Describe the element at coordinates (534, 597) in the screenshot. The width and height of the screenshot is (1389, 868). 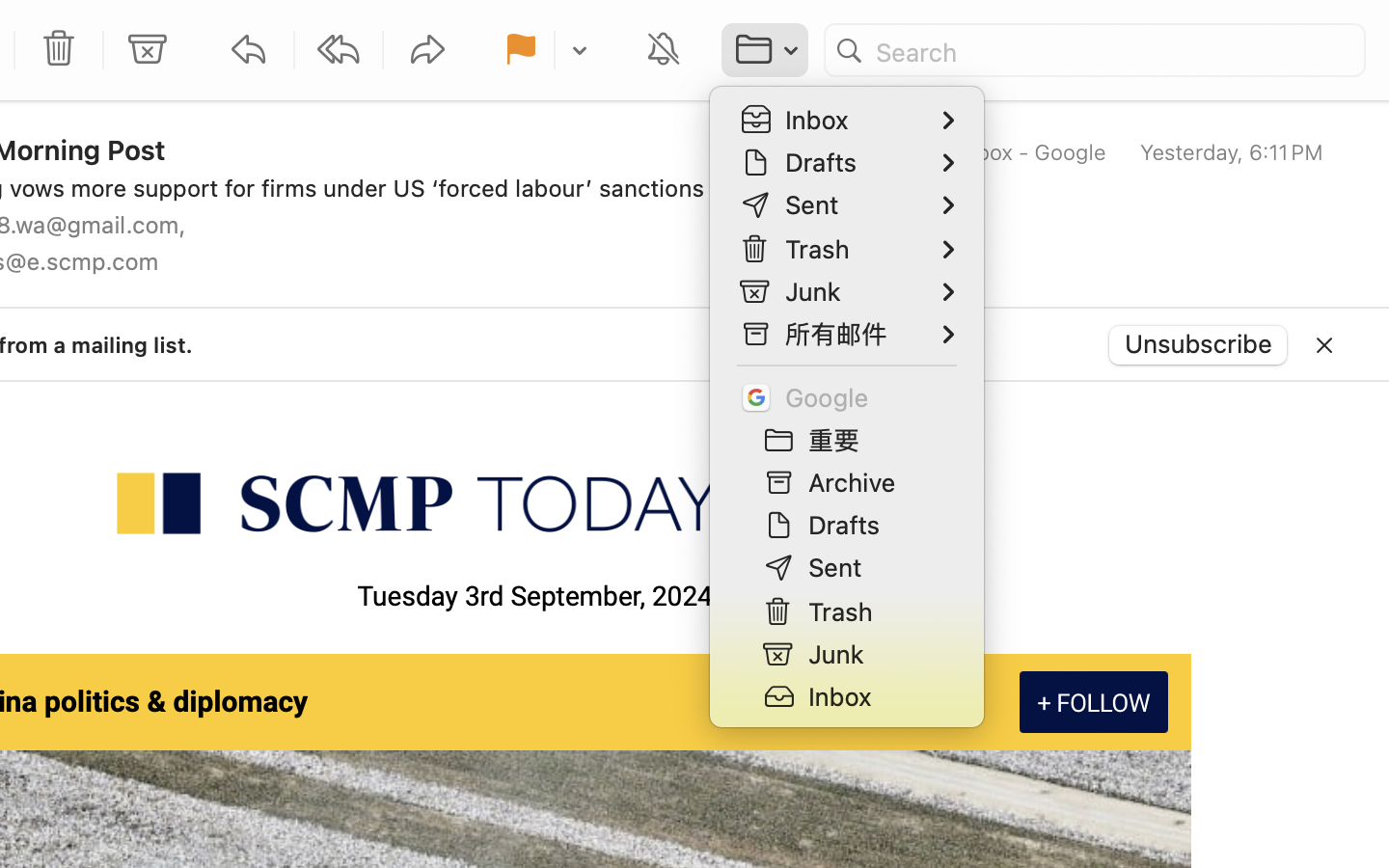
I see `'Tuesday 3rd September, 2024'` at that location.